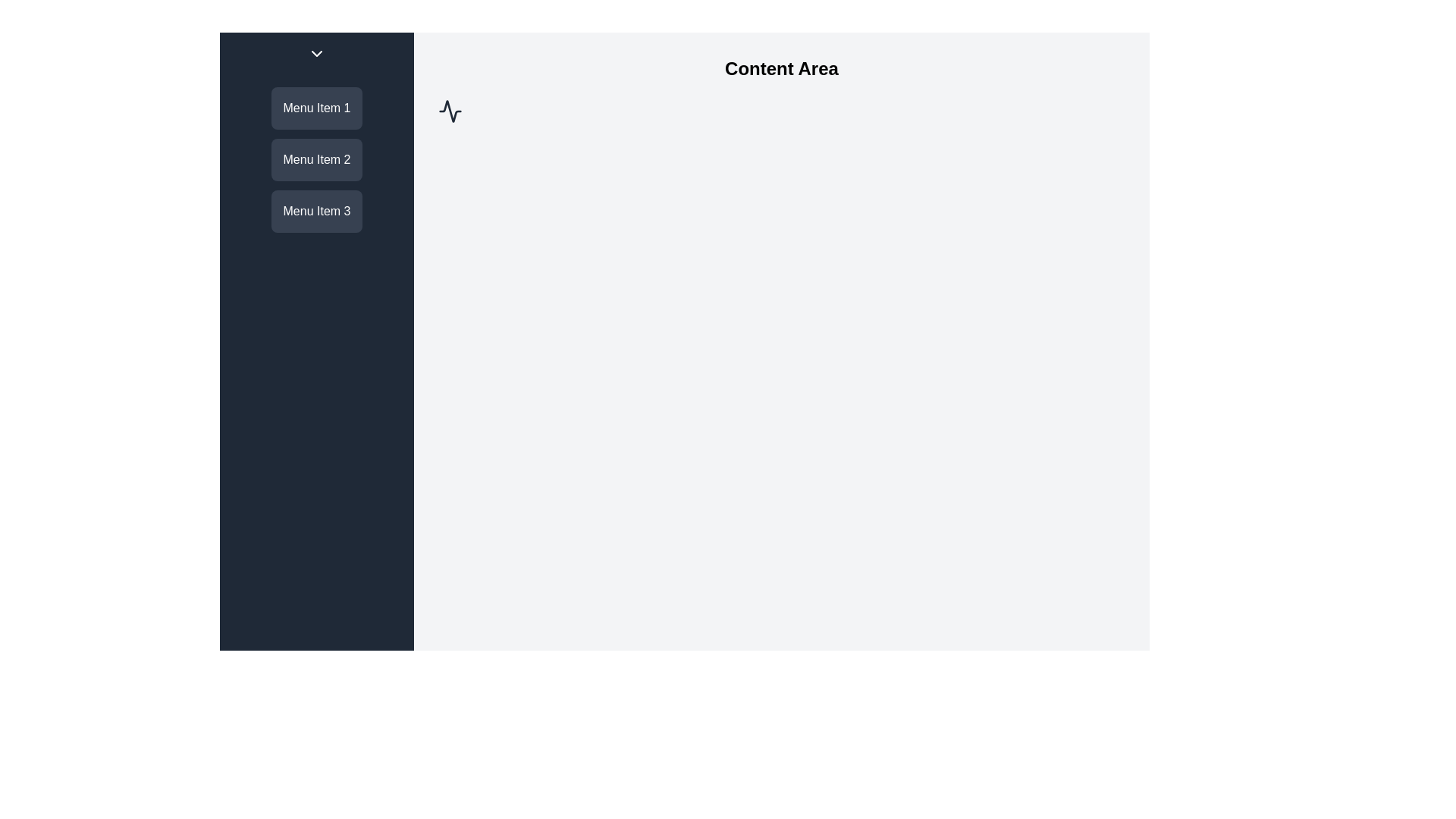  I want to click on the waveform icon, which is a minimalist SVG vector graphic with dark strokes on a light background, located towards the upper-left corner of the content area, so click(450, 110).